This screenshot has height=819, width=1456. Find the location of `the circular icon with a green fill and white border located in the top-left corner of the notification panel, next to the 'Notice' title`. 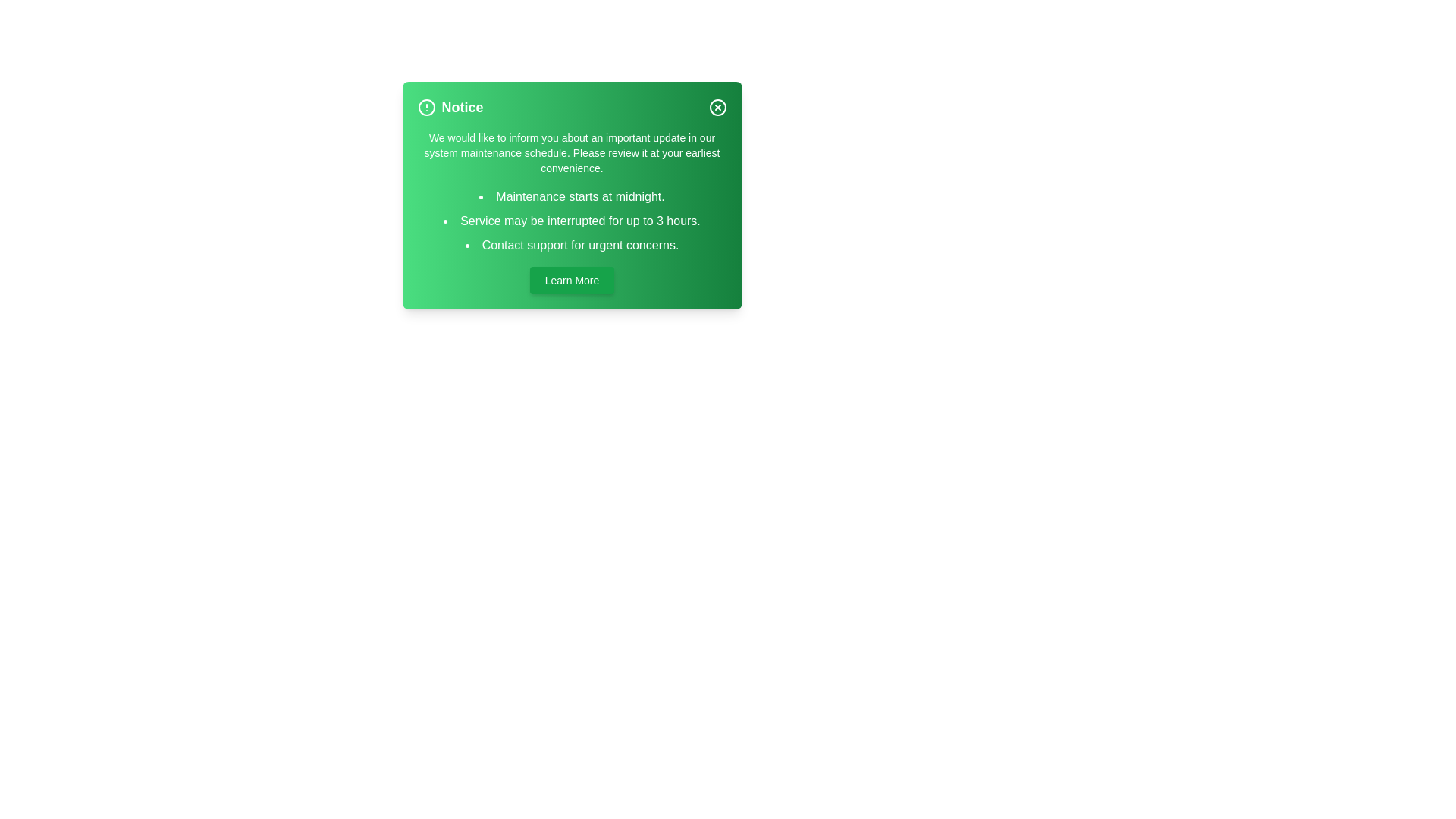

the circular icon with a green fill and white border located in the top-left corner of the notification panel, next to the 'Notice' title is located at coordinates (425, 107).